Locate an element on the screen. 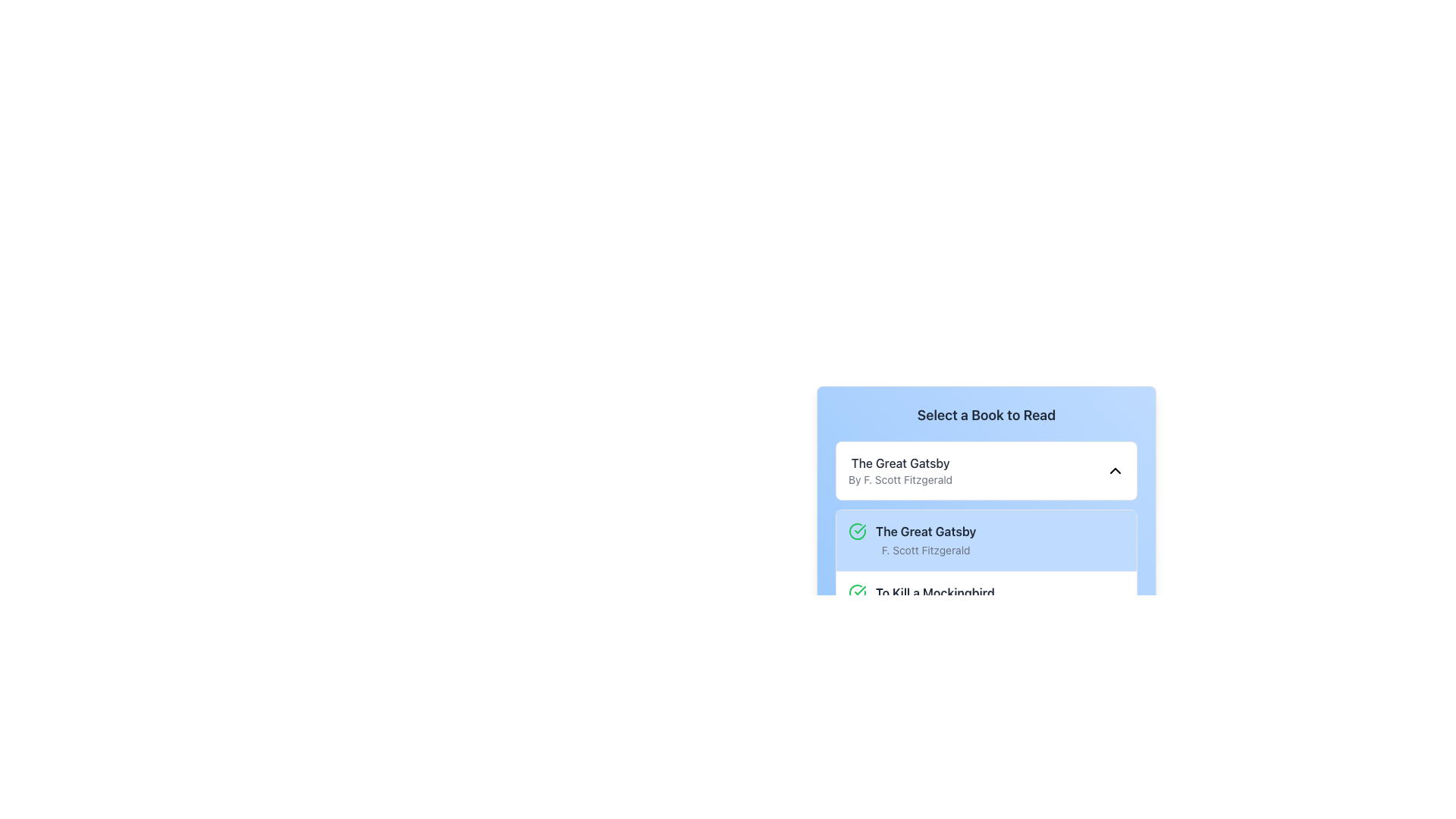 The width and height of the screenshot is (1456, 819). the selectable list item for the book 'The Great Gatsby' by F. Scott Fitzgerald, which is the first item in a vertical list under the 'Select a Book to Read' dropdown is located at coordinates (986, 540).